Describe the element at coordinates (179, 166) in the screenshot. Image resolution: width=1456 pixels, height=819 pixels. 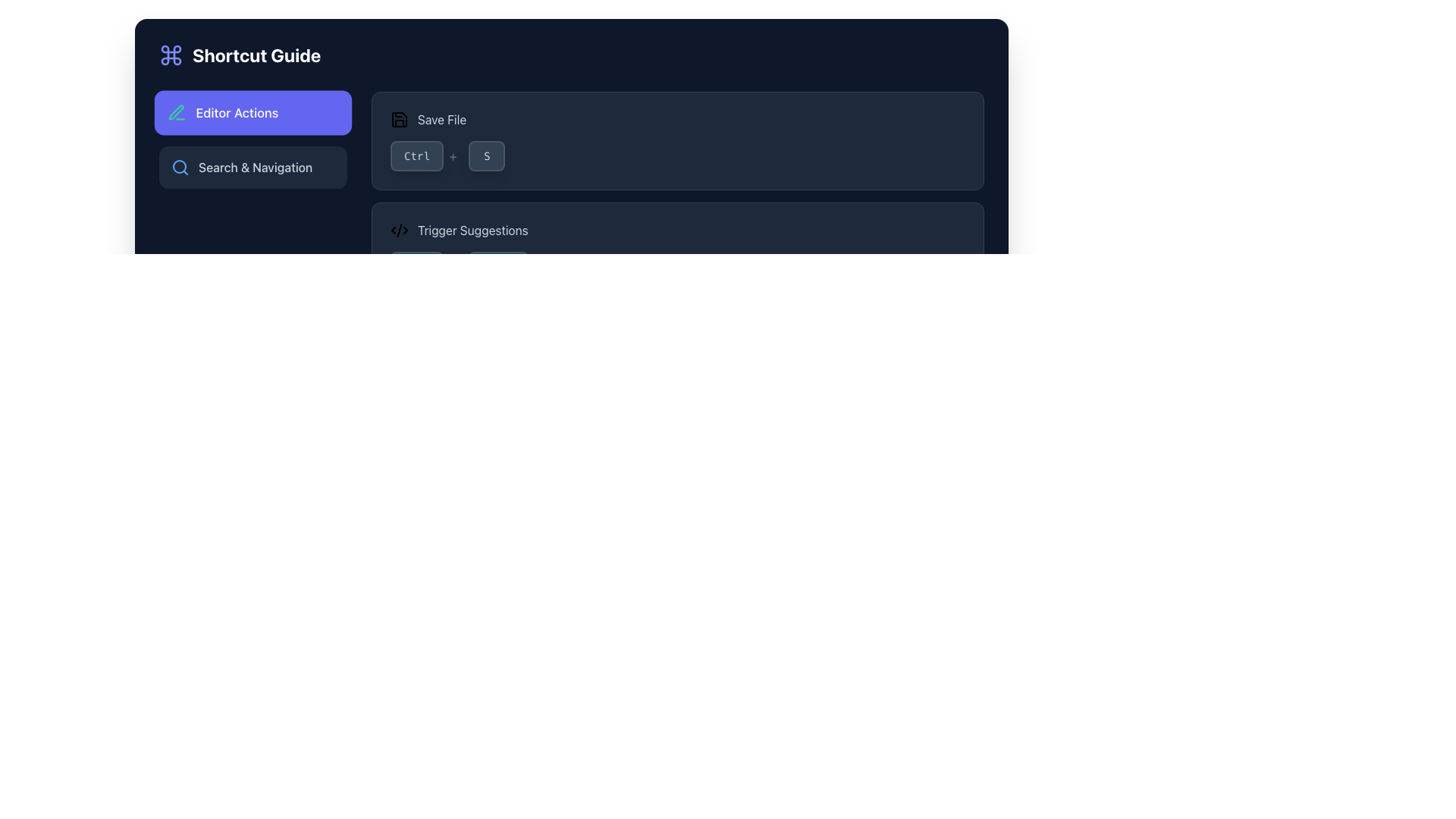
I see `the blue circular element that forms the lens of the magnifying glass icon located to the left of 'Search & Navigation' in the sidebar` at that location.